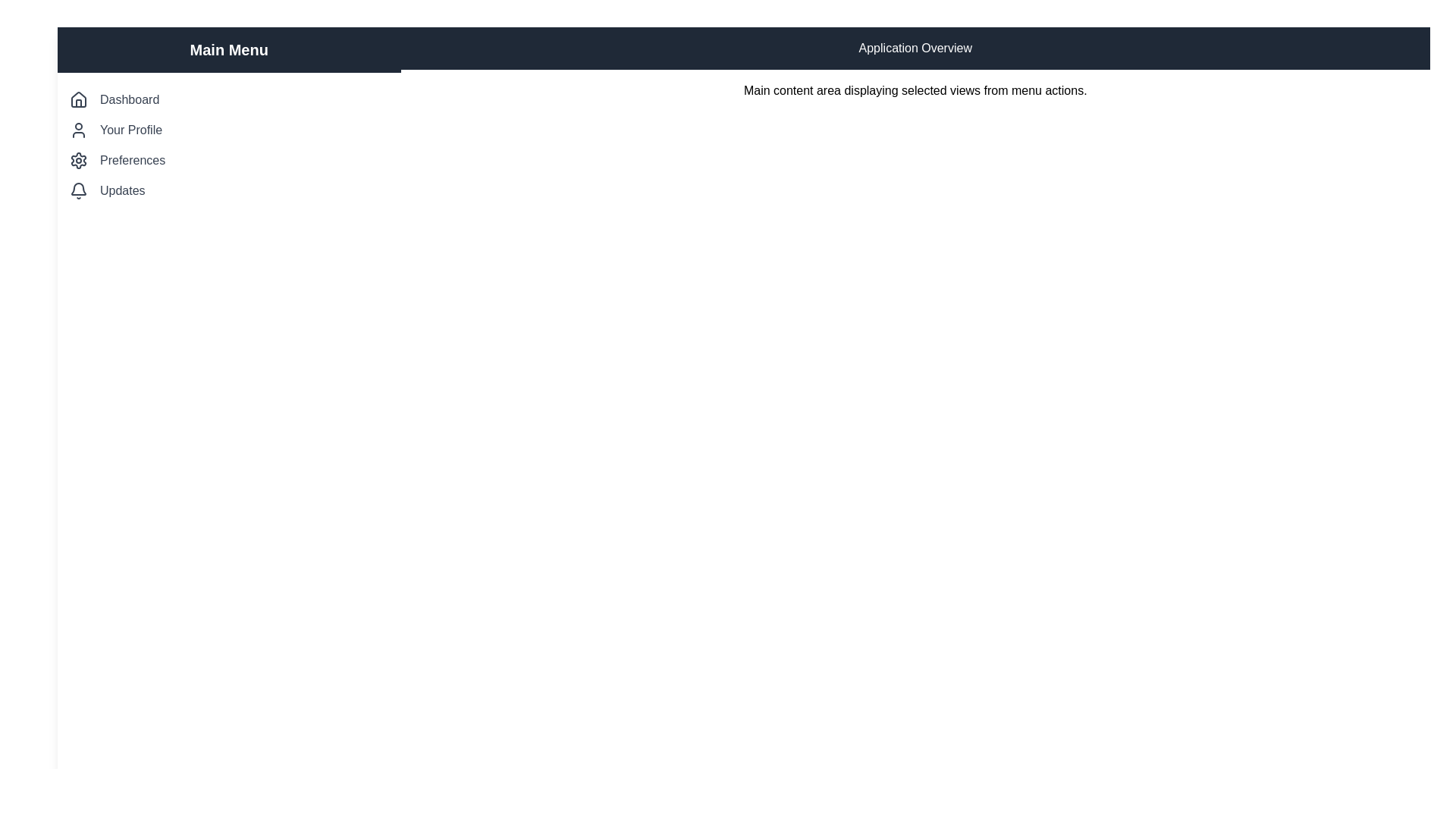 This screenshot has width=1456, height=819. What do you see at coordinates (228, 161) in the screenshot?
I see `the third item in the 'Main Menu' titled 'Preferences'` at bounding box center [228, 161].